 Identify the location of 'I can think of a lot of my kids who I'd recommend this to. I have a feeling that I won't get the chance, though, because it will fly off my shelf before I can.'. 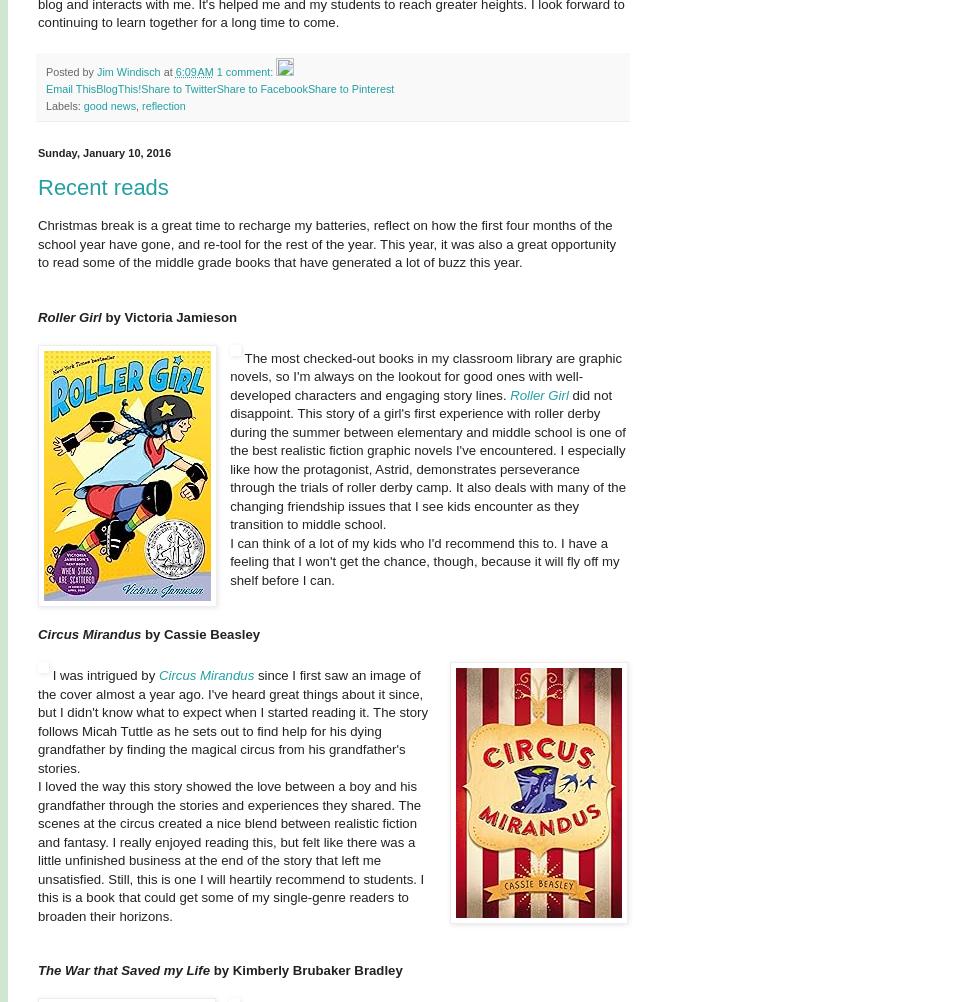
(228, 561).